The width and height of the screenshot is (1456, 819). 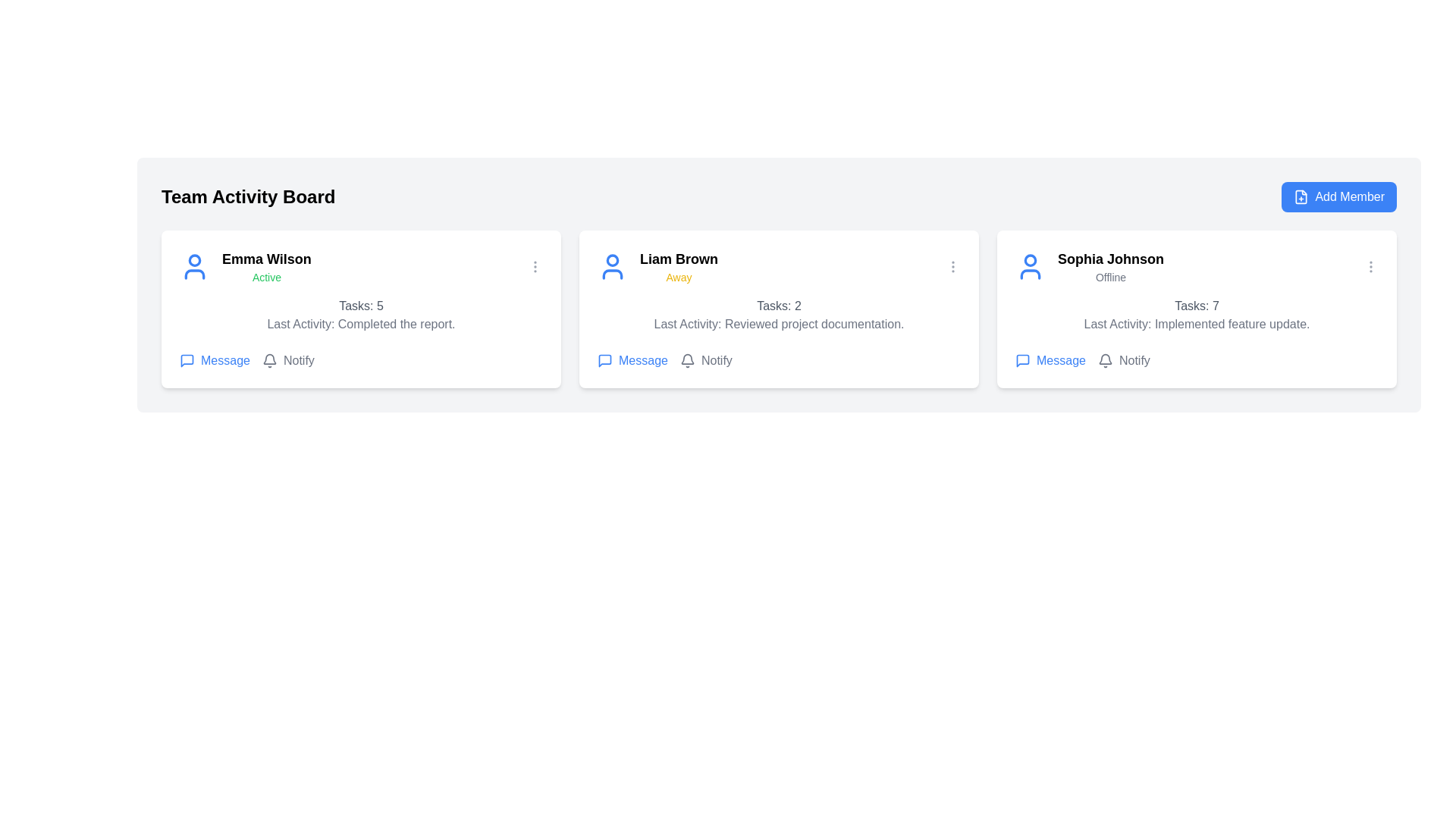 What do you see at coordinates (1110, 259) in the screenshot?
I see `the text label displaying 'Sophia Johnson' which is styled in bold and located at the top of the third card from the left` at bounding box center [1110, 259].